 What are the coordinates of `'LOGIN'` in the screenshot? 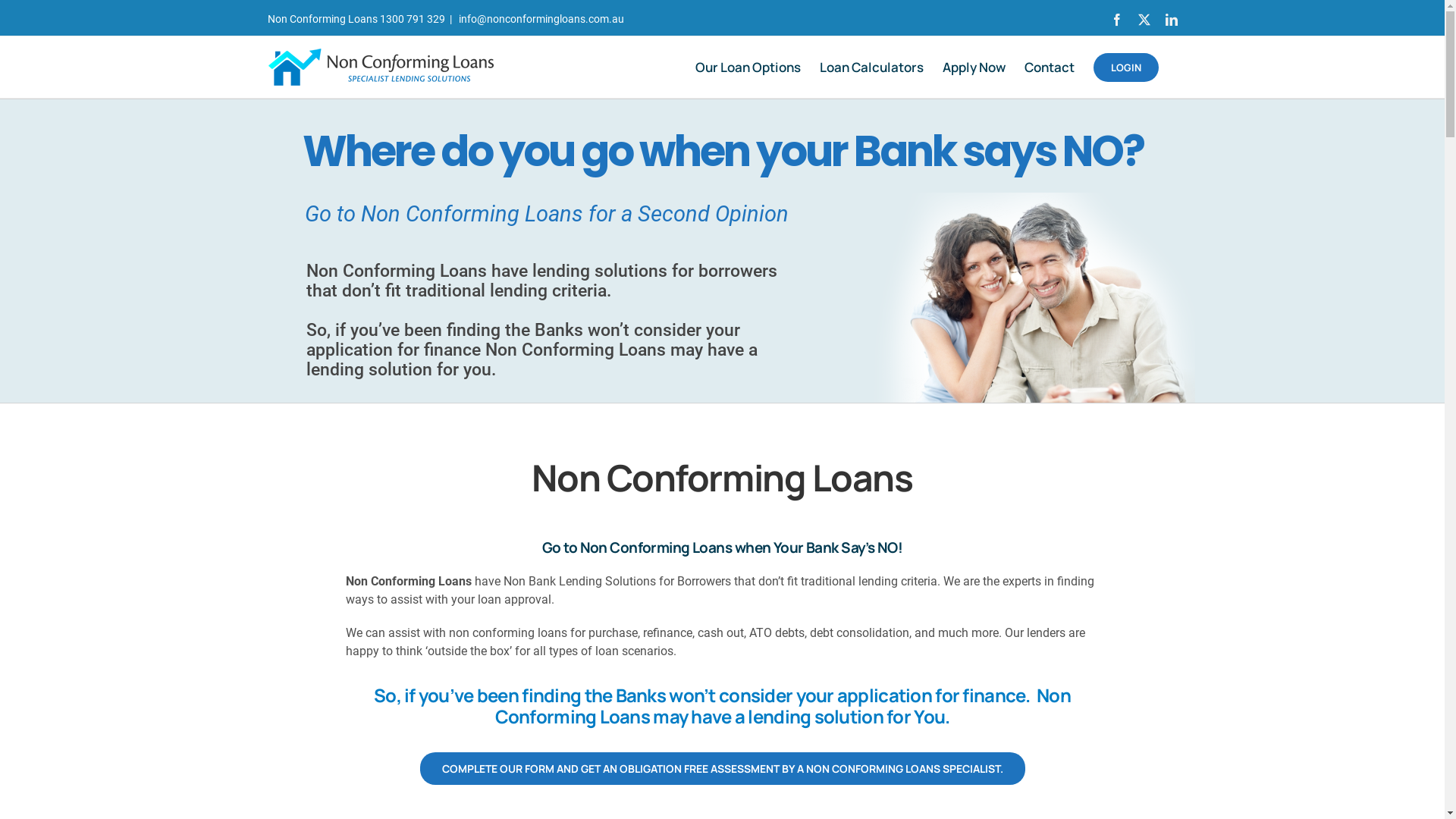 It's located at (1125, 66).